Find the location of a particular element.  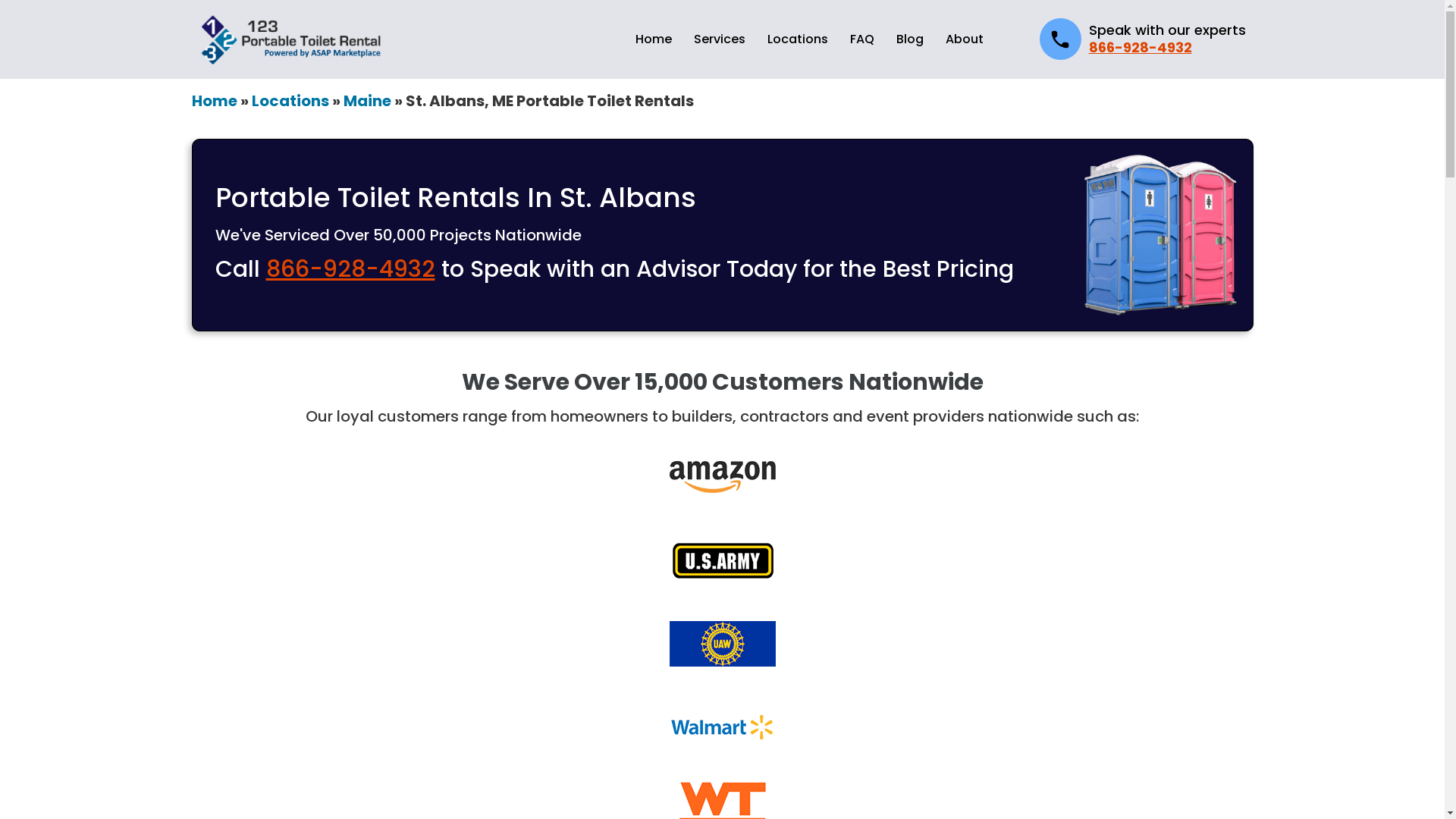

'Home' is located at coordinates (190, 100).